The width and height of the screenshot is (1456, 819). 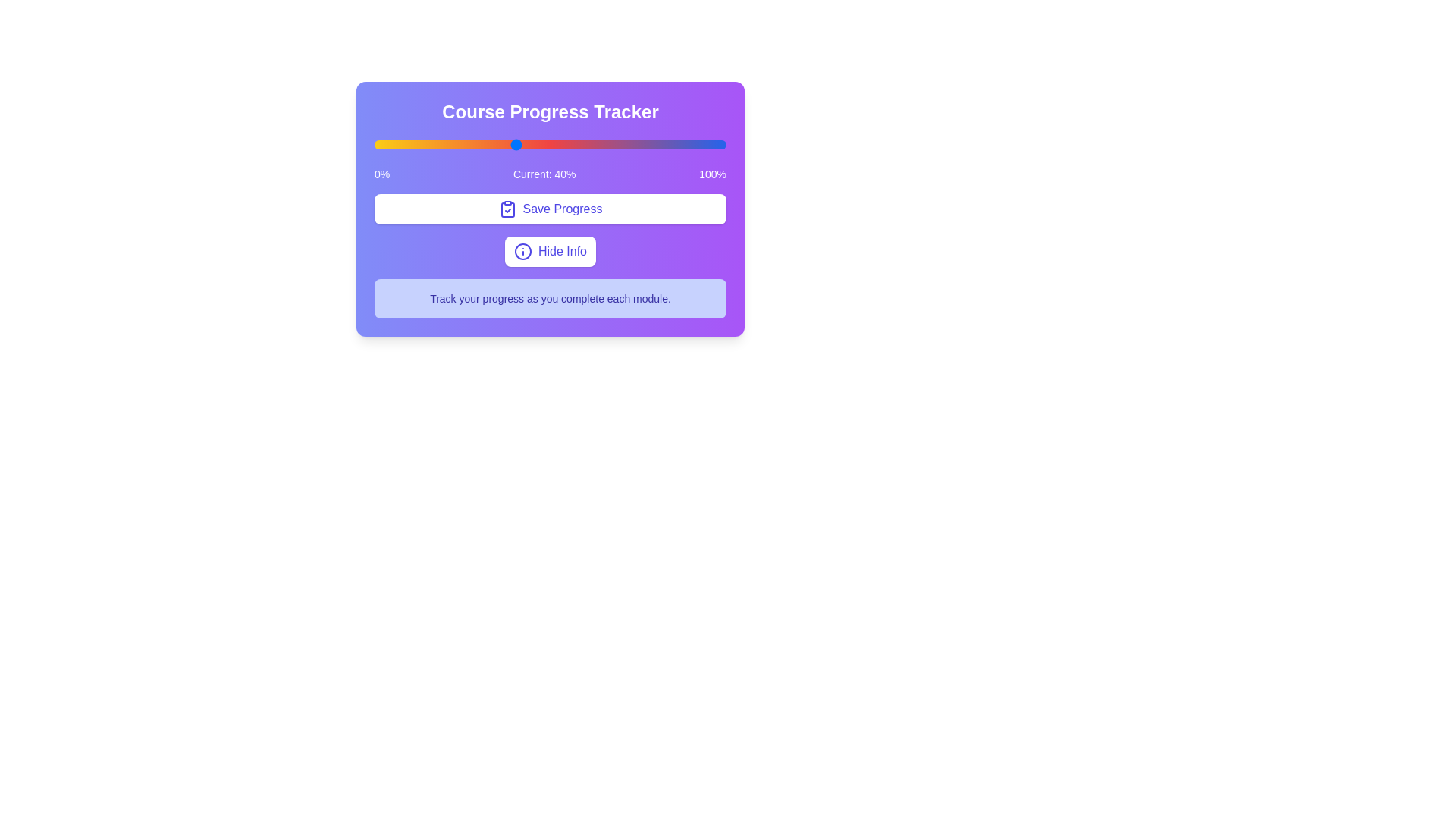 What do you see at coordinates (549, 174) in the screenshot?
I see `the static informational text displaying progress information, specifically the middle label 'Current: 40%', which is centrally aligned below the progress bar` at bounding box center [549, 174].